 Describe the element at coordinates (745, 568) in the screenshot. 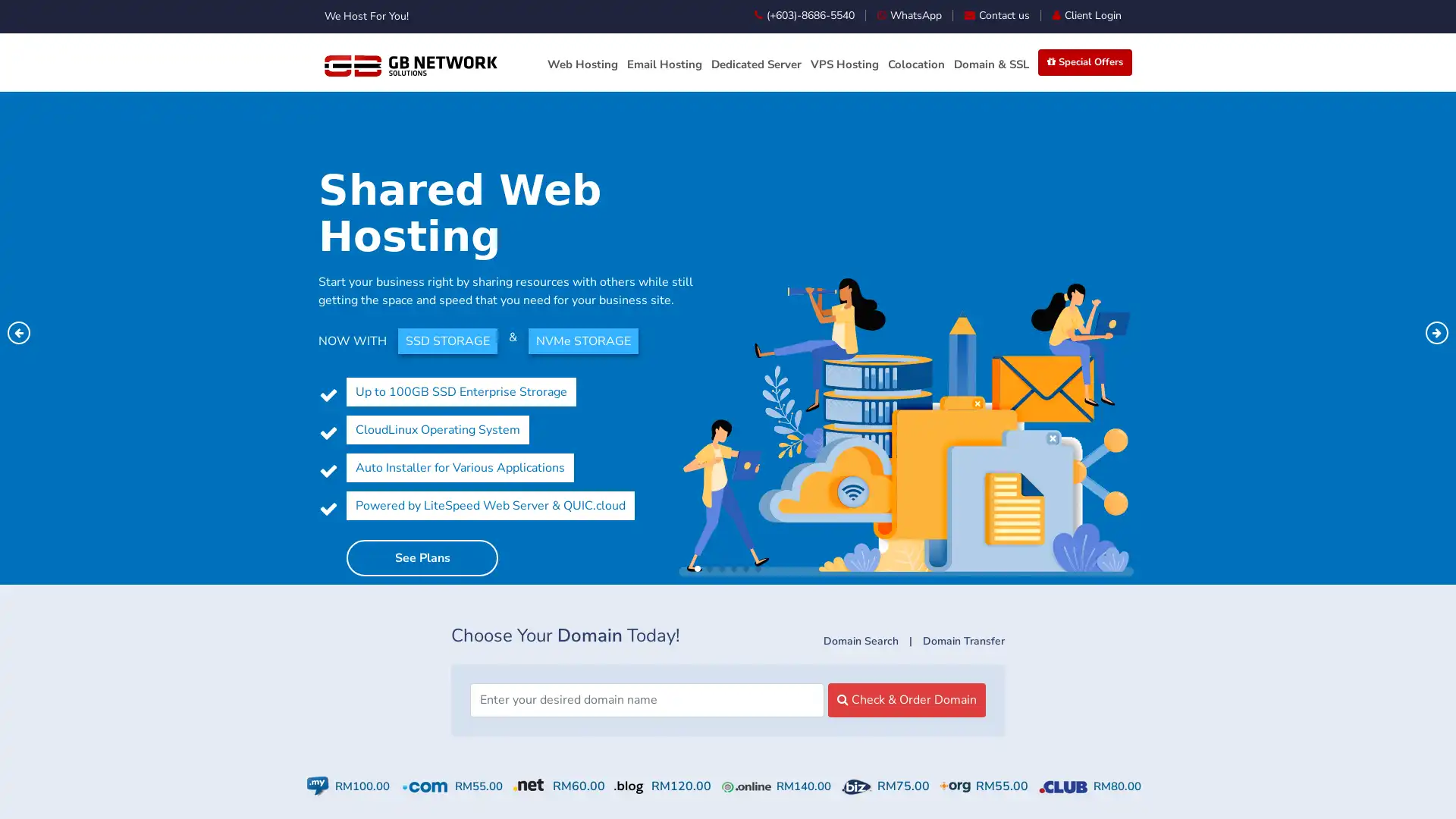

I see `Go to slide 5` at that location.